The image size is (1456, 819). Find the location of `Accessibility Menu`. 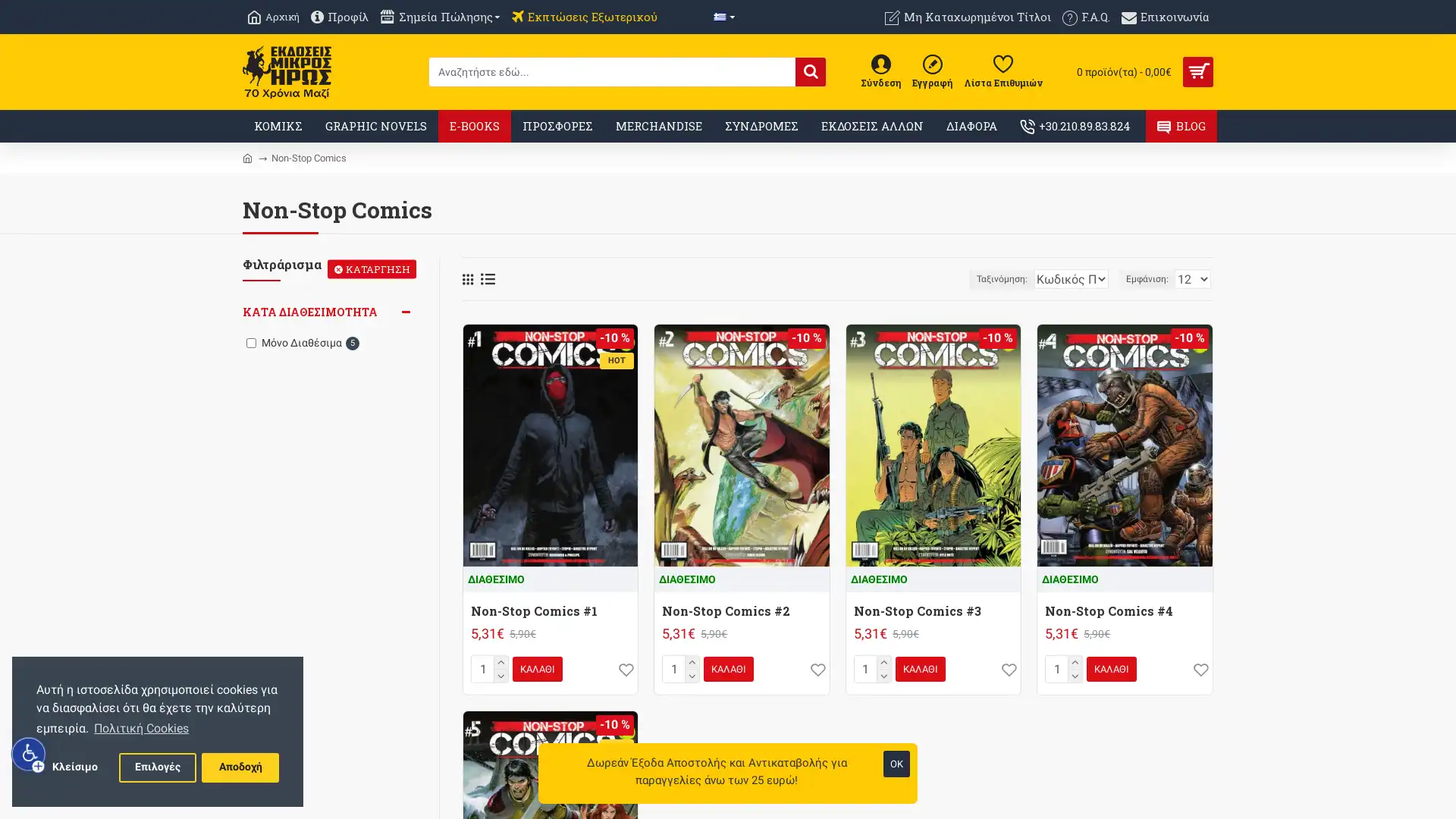

Accessibility Menu is located at coordinates (29, 754).